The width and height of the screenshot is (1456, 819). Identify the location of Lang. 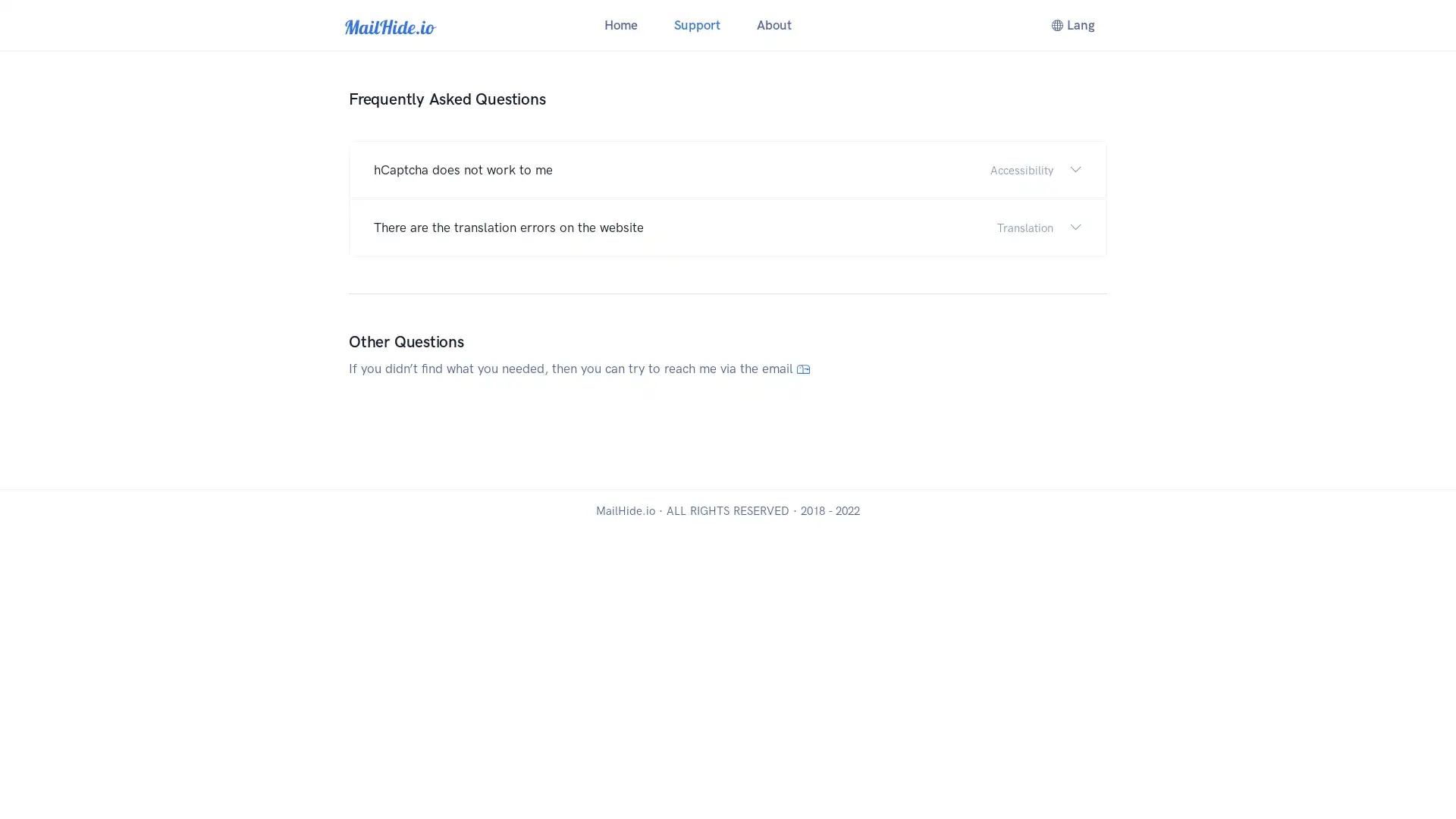
(1072, 25).